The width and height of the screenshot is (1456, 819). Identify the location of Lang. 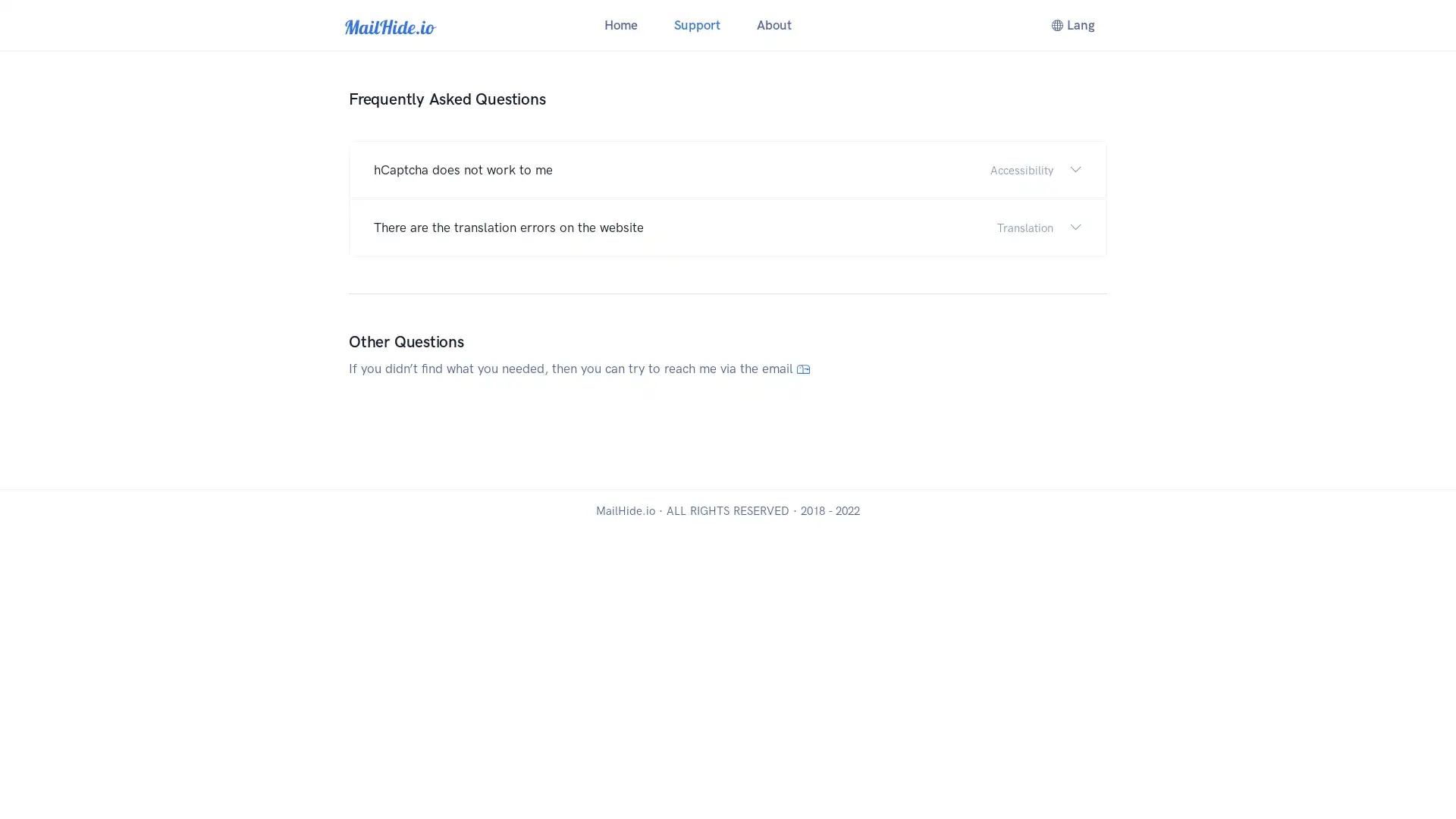
(1072, 25).